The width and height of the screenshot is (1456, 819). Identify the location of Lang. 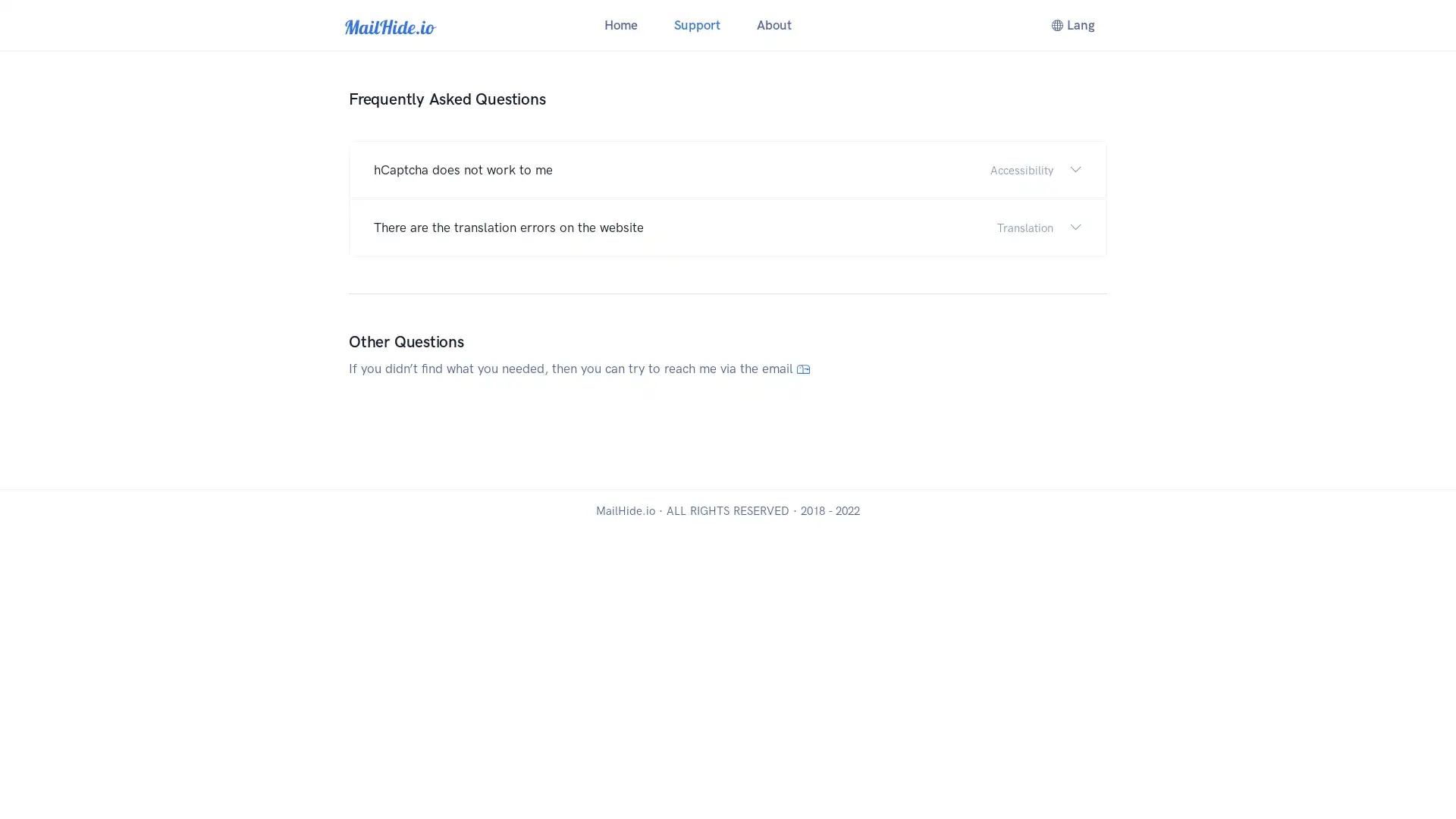
(1072, 25).